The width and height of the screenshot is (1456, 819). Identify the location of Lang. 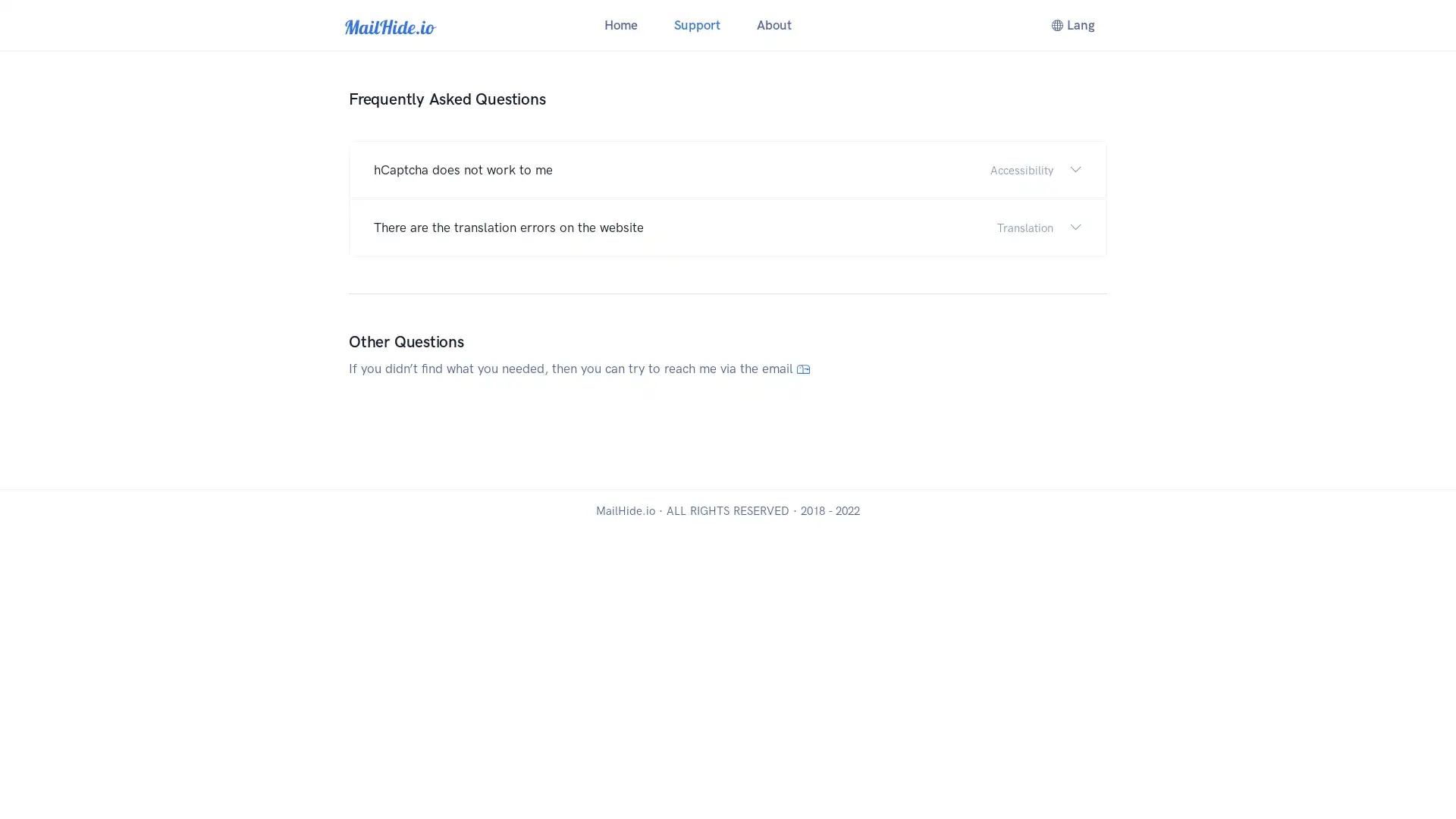
(1072, 25).